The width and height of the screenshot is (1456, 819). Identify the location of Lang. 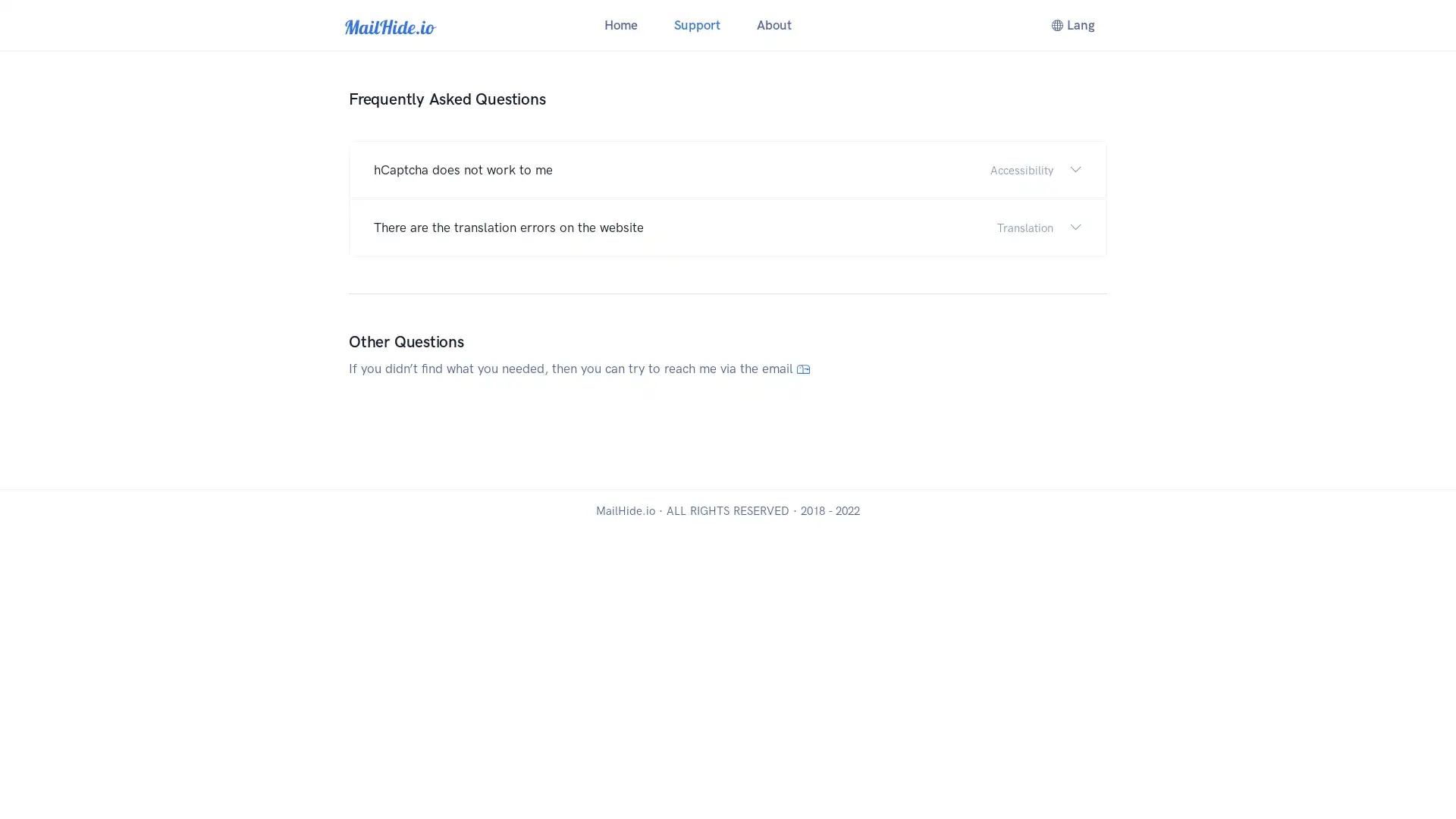
(1072, 25).